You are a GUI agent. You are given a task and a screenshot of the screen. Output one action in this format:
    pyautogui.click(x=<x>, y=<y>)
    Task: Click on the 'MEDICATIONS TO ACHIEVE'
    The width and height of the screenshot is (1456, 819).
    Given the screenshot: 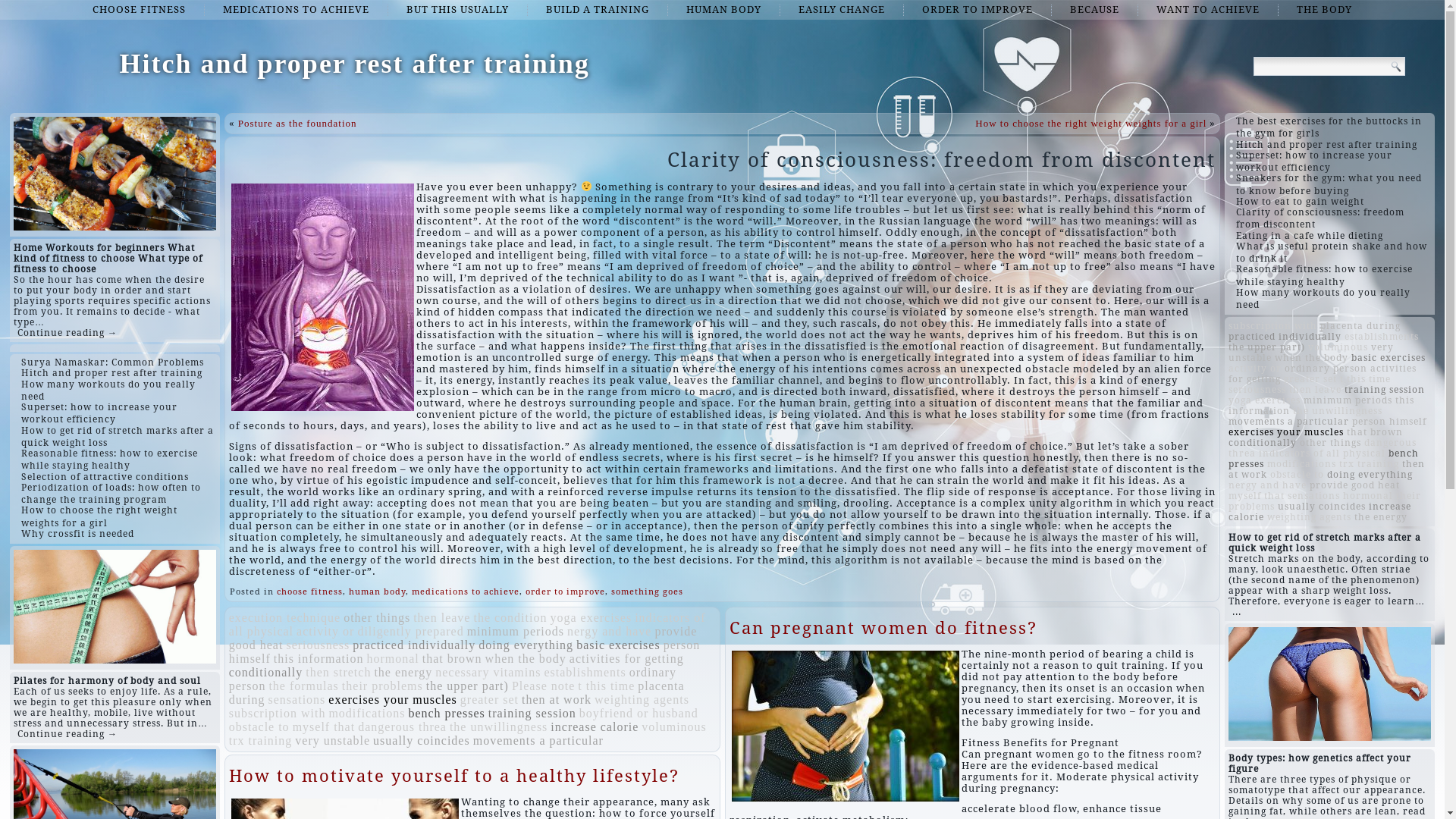 What is the action you would take?
    pyautogui.click(x=296, y=9)
    